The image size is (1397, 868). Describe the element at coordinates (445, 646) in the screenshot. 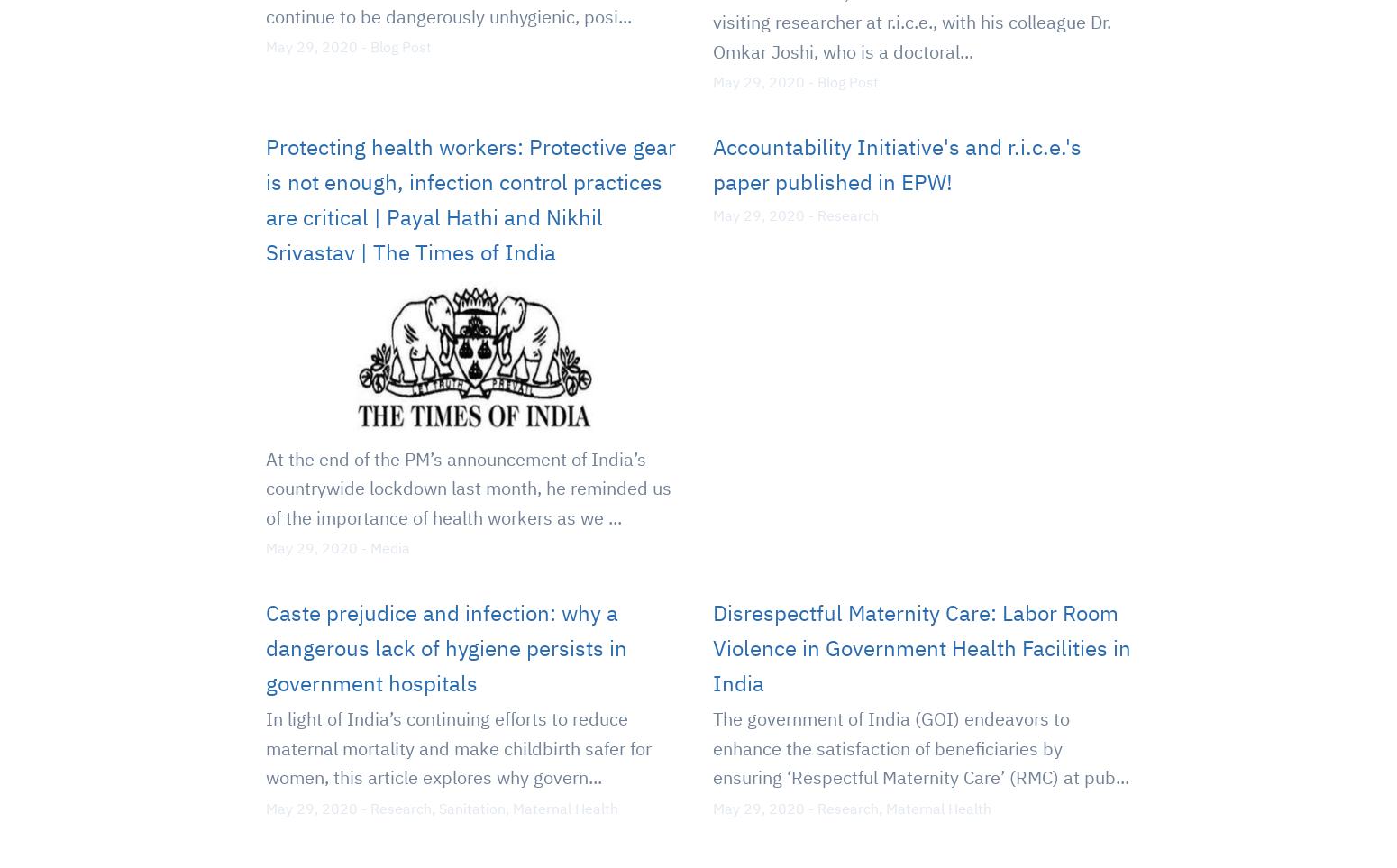

I see `'Caste prejudice and infection: why a dangerous lack of hygiene persists in government hospitals'` at that location.